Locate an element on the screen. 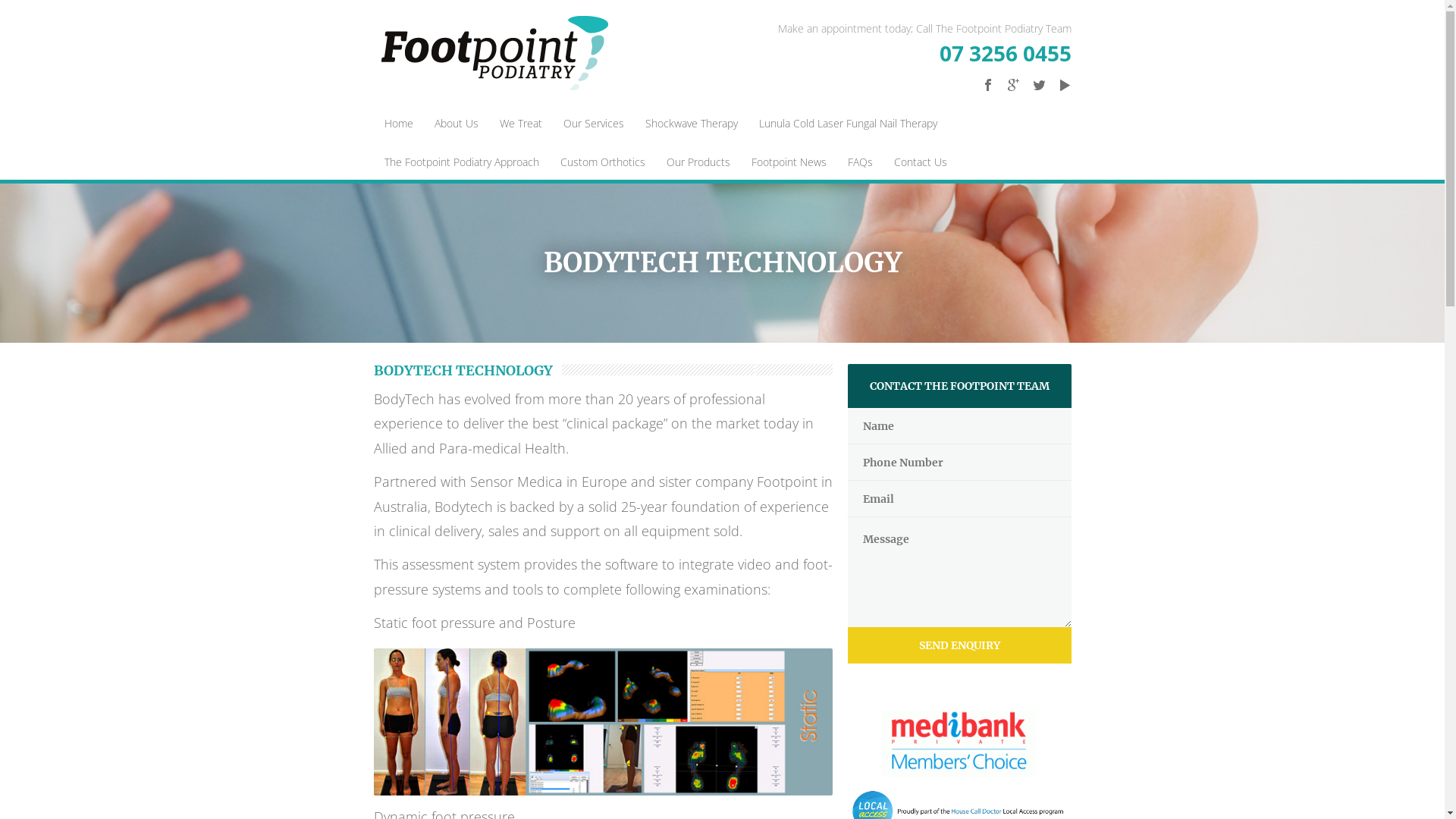 Image resolution: width=1456 pixels, height=819 pixels. 'Contact Us' is located at coordinates (919, 164).